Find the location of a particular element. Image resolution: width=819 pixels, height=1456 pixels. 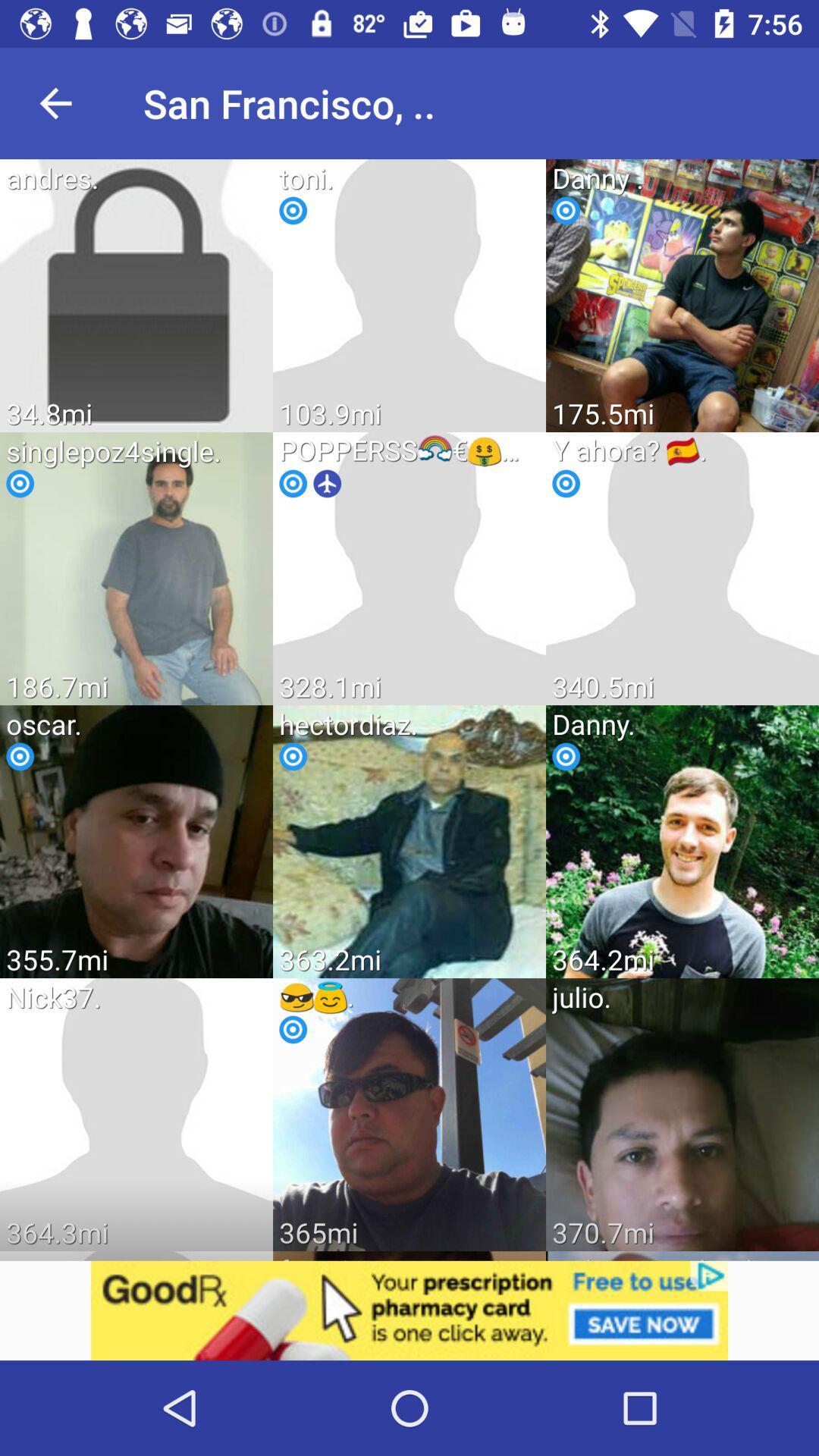

open advertisement is located at coordinates (409, 1310).